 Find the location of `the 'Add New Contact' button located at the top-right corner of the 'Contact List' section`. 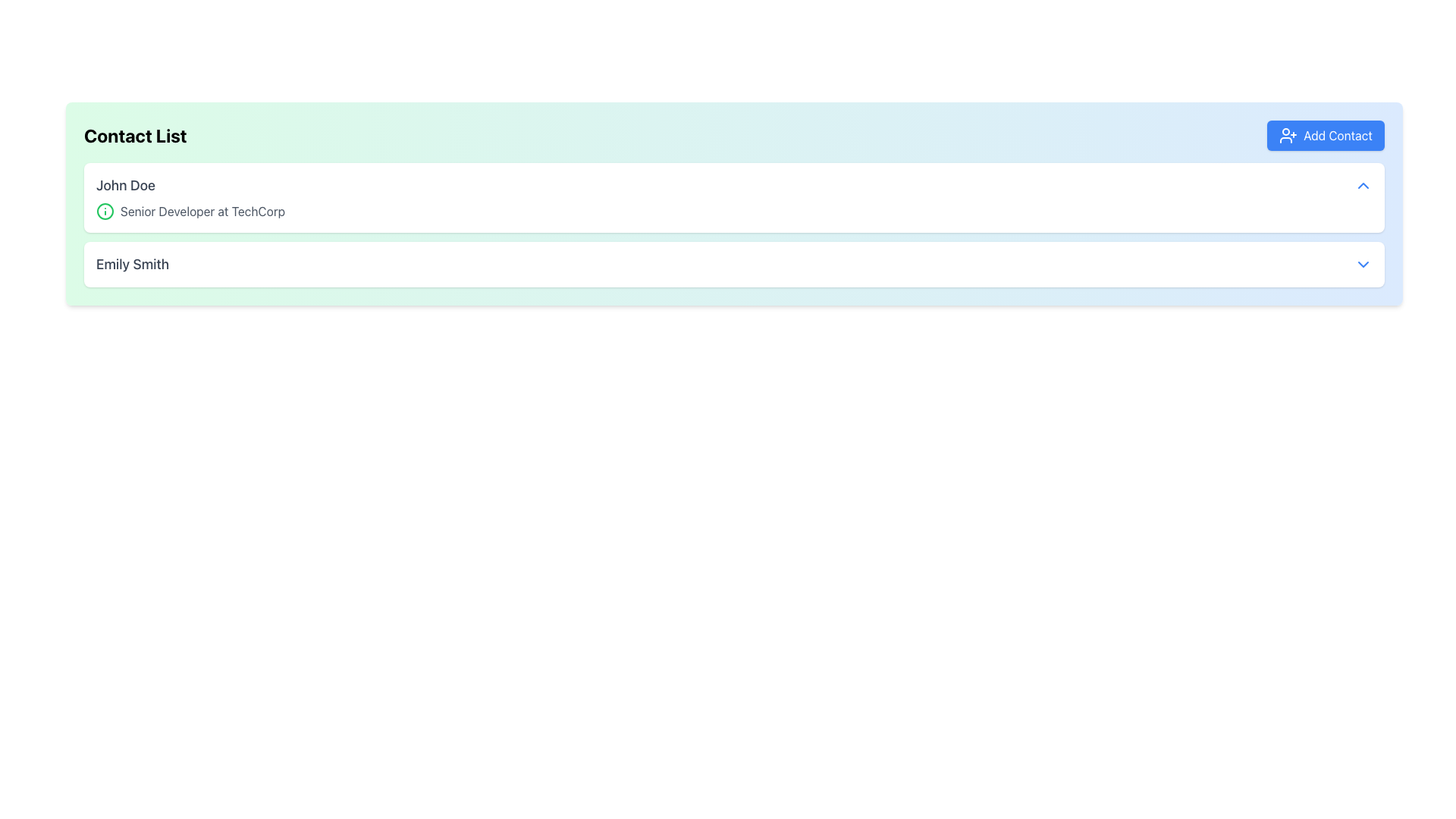

the 'Add New Contact' button located at the top-right corner of the 'Contact List' section is located at coordinates (1325, 134).